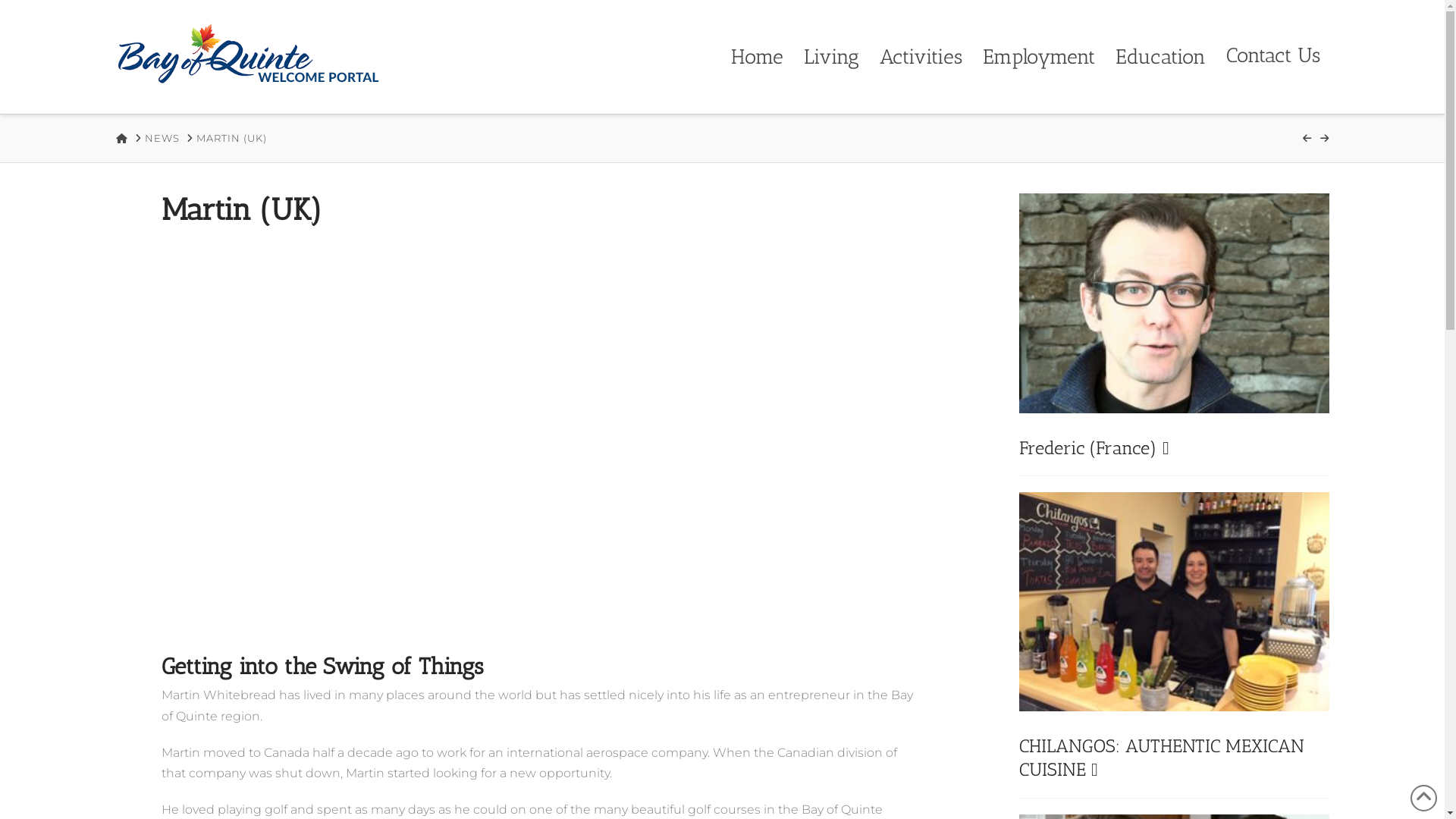 Image resolution: width=1456 pixels, height=819 pixels. I want to click on 'HOME', so click(120, 138).